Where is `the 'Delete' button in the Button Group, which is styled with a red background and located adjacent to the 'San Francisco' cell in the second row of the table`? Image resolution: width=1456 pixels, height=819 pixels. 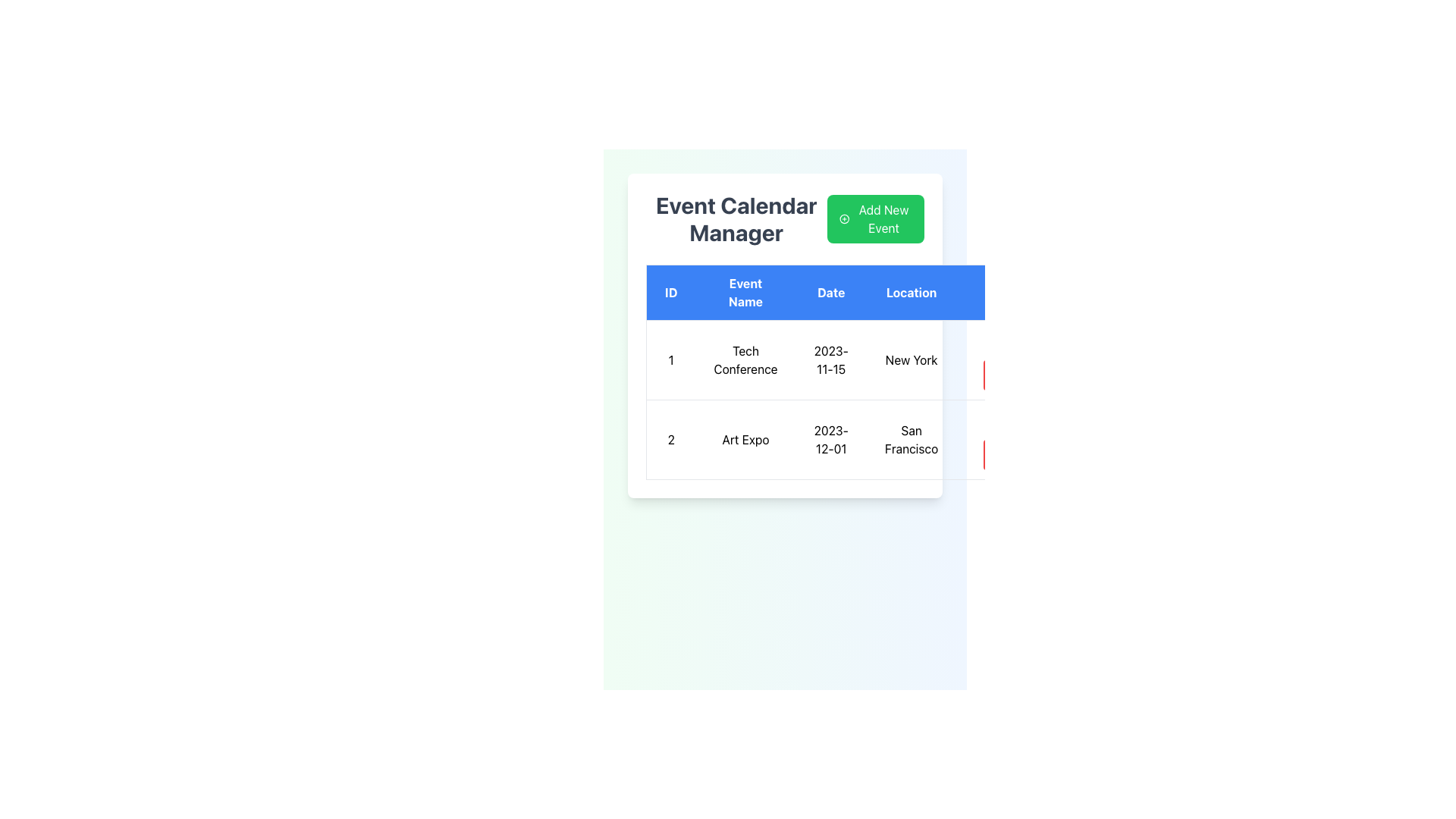
the 'Delete' button in the Button Group, which is styled with a red background and located adjacent to the 'San Francisco' cell in the second row of the table is located at coordinates (1009, 439).